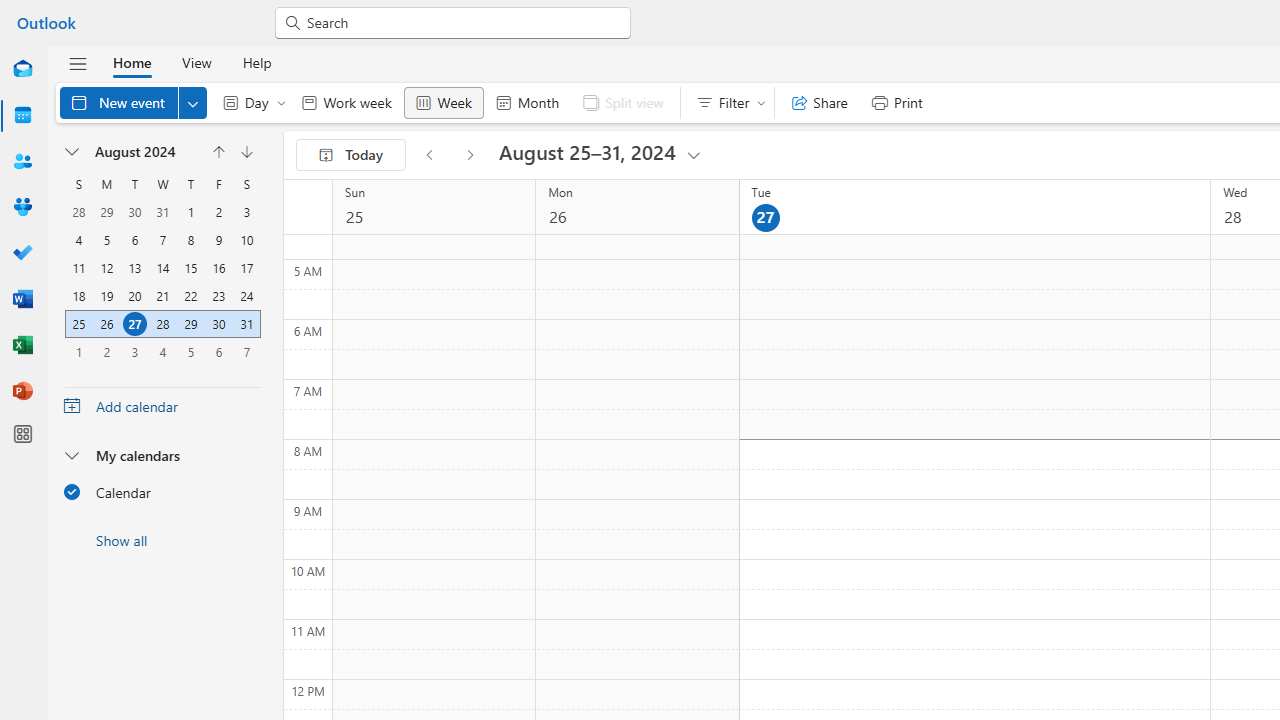 The width and height of the screenshot is (1280, 720). Describe the element at coordinates (162, 540) in the screenshot. I see `'Show all'` at that location.